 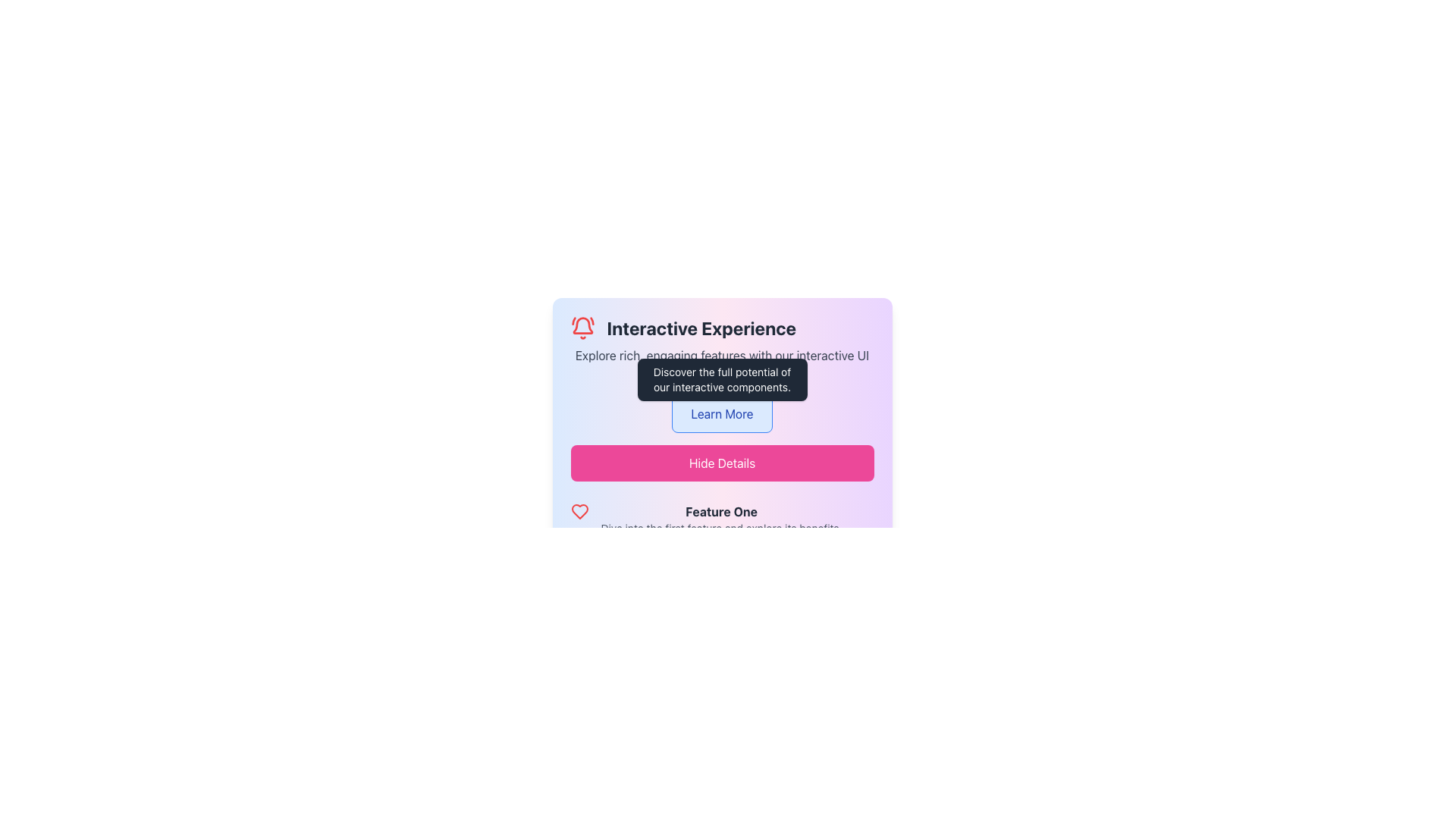 What do you see at coordinates (721, 553) in the screenshot?
I see `the Informational Section located directly beneath the 'Hide Details' button in the 'Interactive Experience' section` at bounding box center [721, 553].